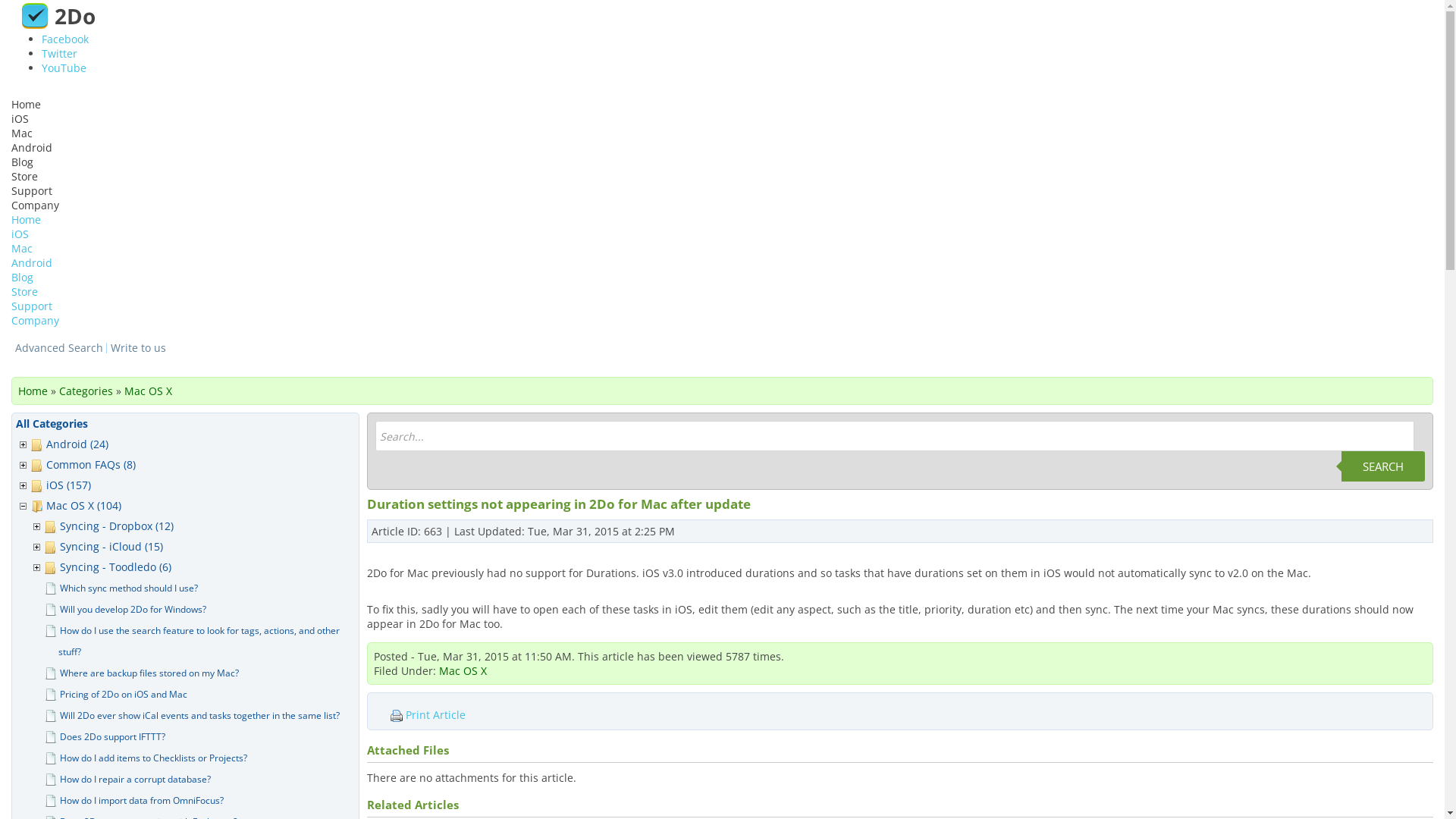 The width and height of the screenshot is (1456, 819). What do you see at coordinates (44, 444) in the screenshot?
I see `'Android (24)'` at bounding box center [44, 444].